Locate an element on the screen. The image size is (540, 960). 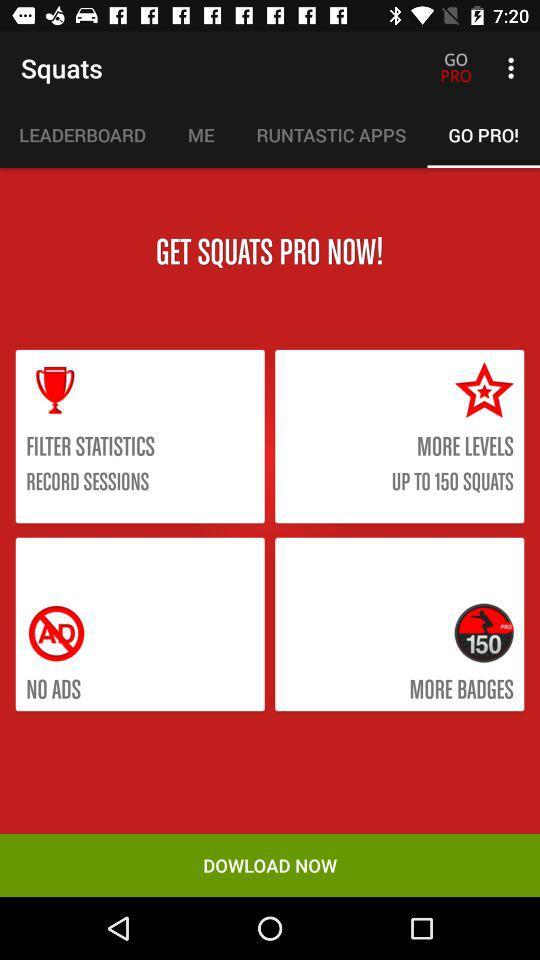
icon next to the runtastic apps is located at coordinates (201, 134).